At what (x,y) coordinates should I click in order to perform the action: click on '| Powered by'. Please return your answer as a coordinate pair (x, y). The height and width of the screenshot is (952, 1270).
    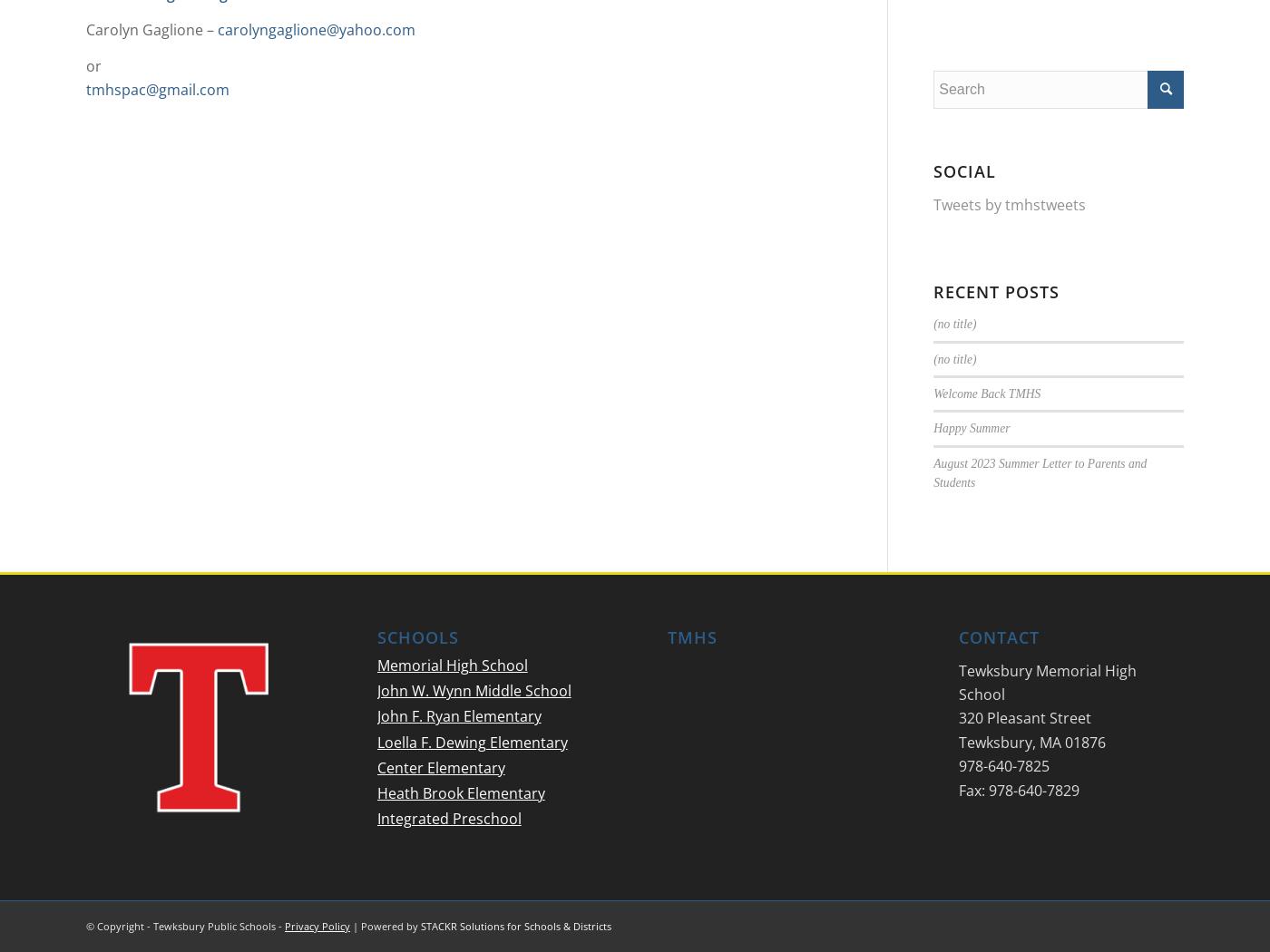
    Looking at the image, I should click on (385, 925).